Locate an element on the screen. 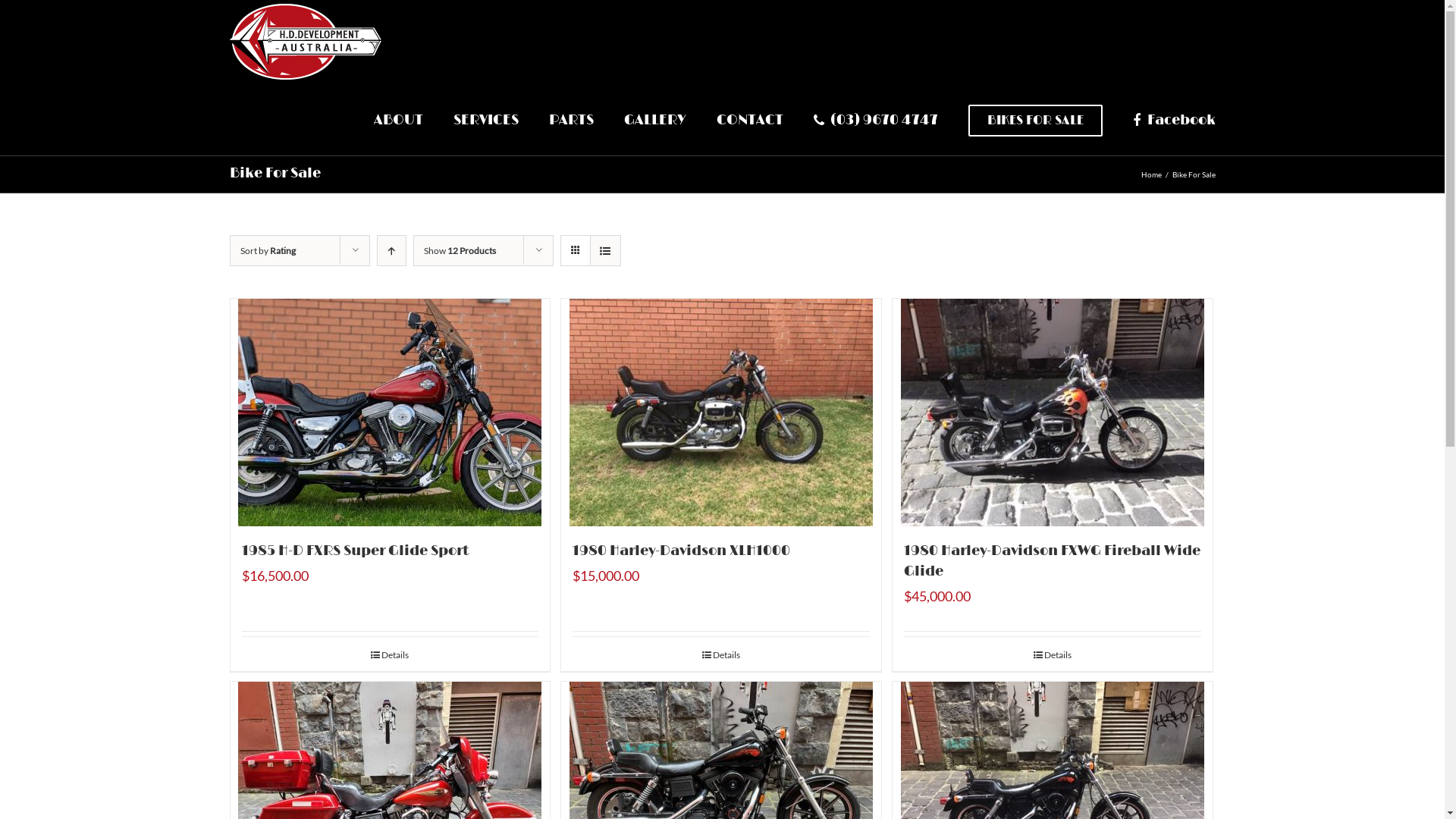 The height and width of the screenshot is (819, 1456). 'Show 12 Products' is located at coordinates (458, 249).